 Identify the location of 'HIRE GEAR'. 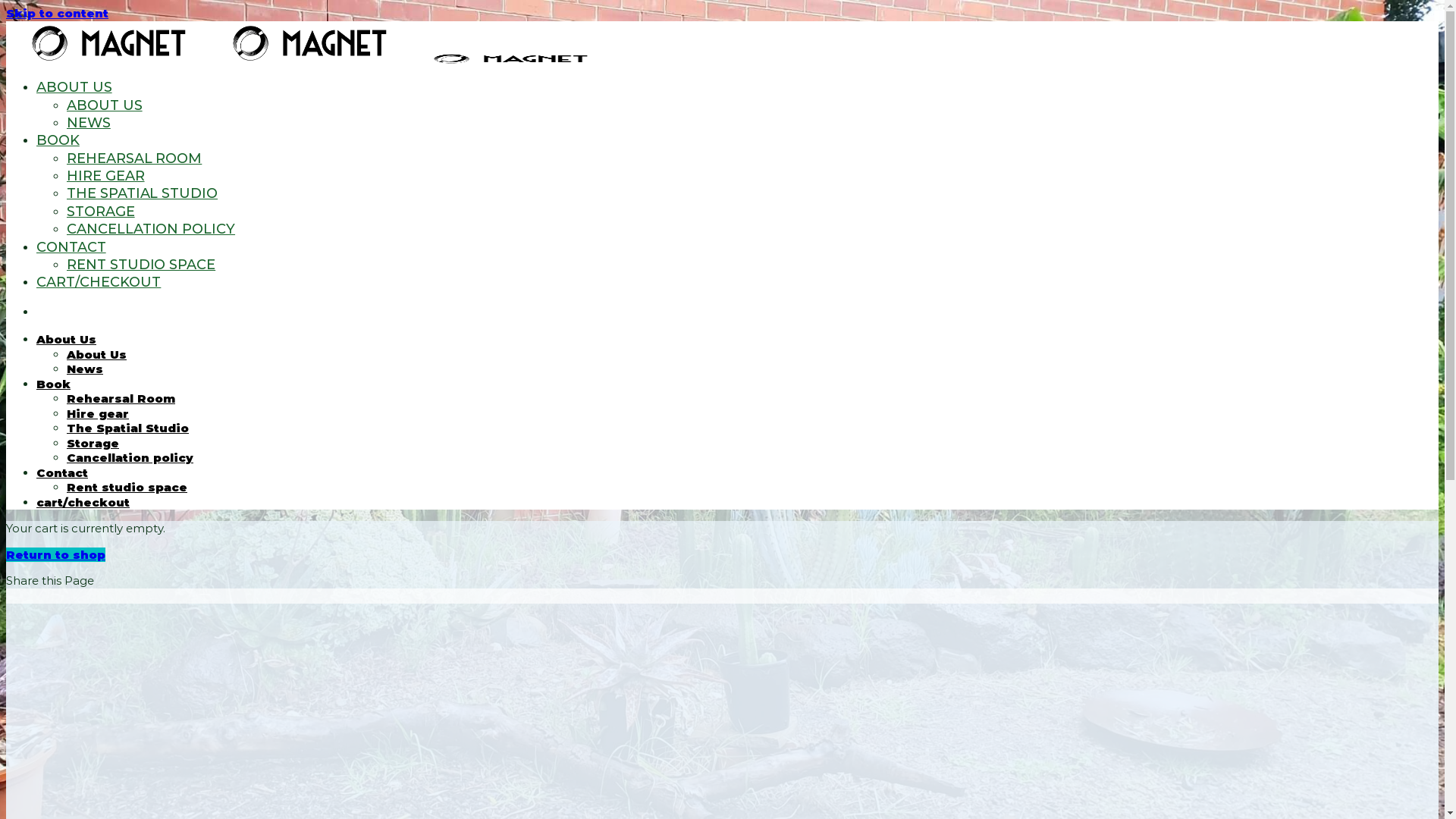
(105, 174).